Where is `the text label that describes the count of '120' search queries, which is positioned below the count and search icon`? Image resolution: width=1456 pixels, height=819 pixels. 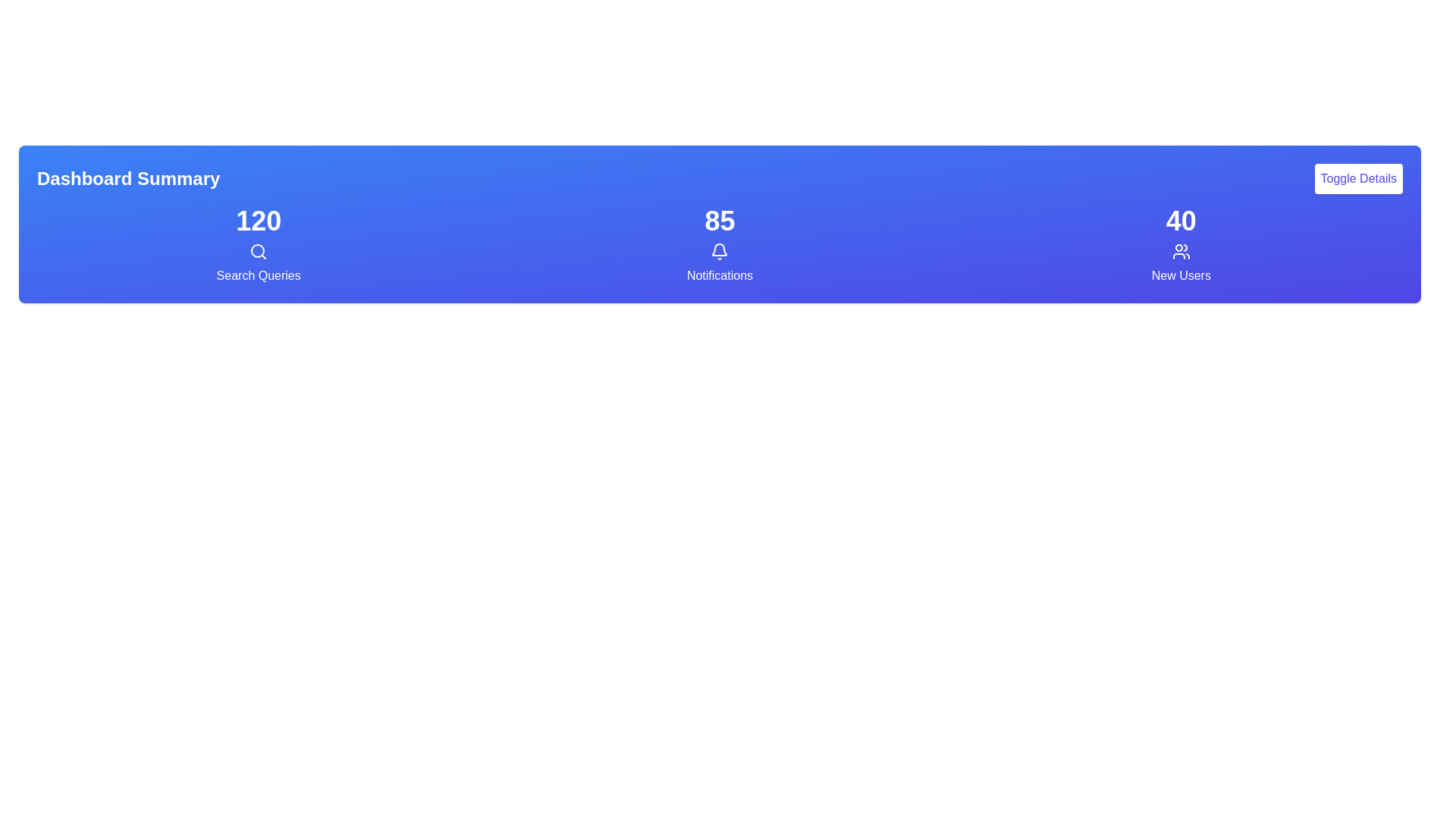
the text label that describes the count of '120' search queries, which is positioned below the count and search icon is located at coordinates (259, 275).